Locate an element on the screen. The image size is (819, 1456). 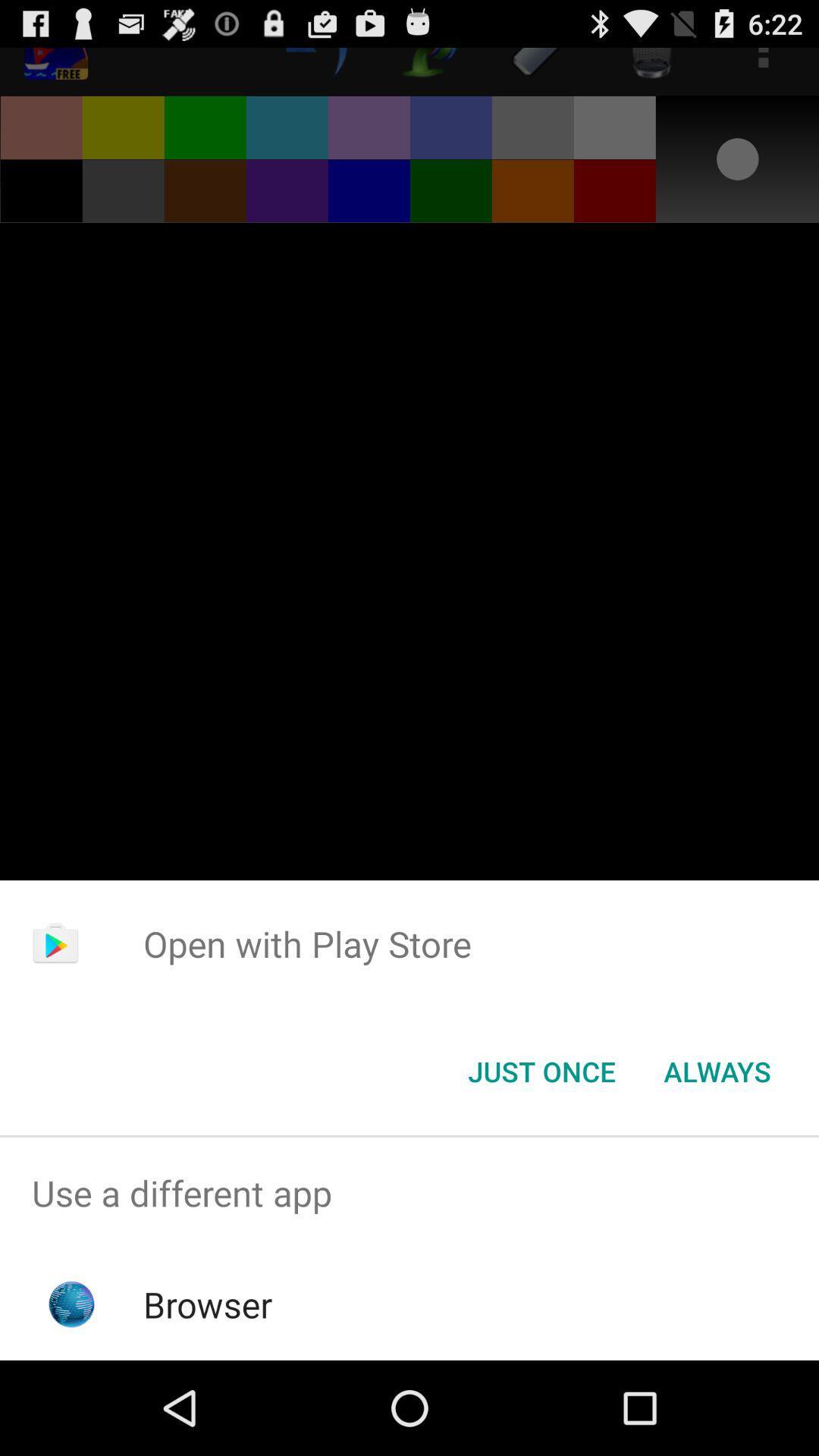
the just once is located at coordinates (541, 1070).